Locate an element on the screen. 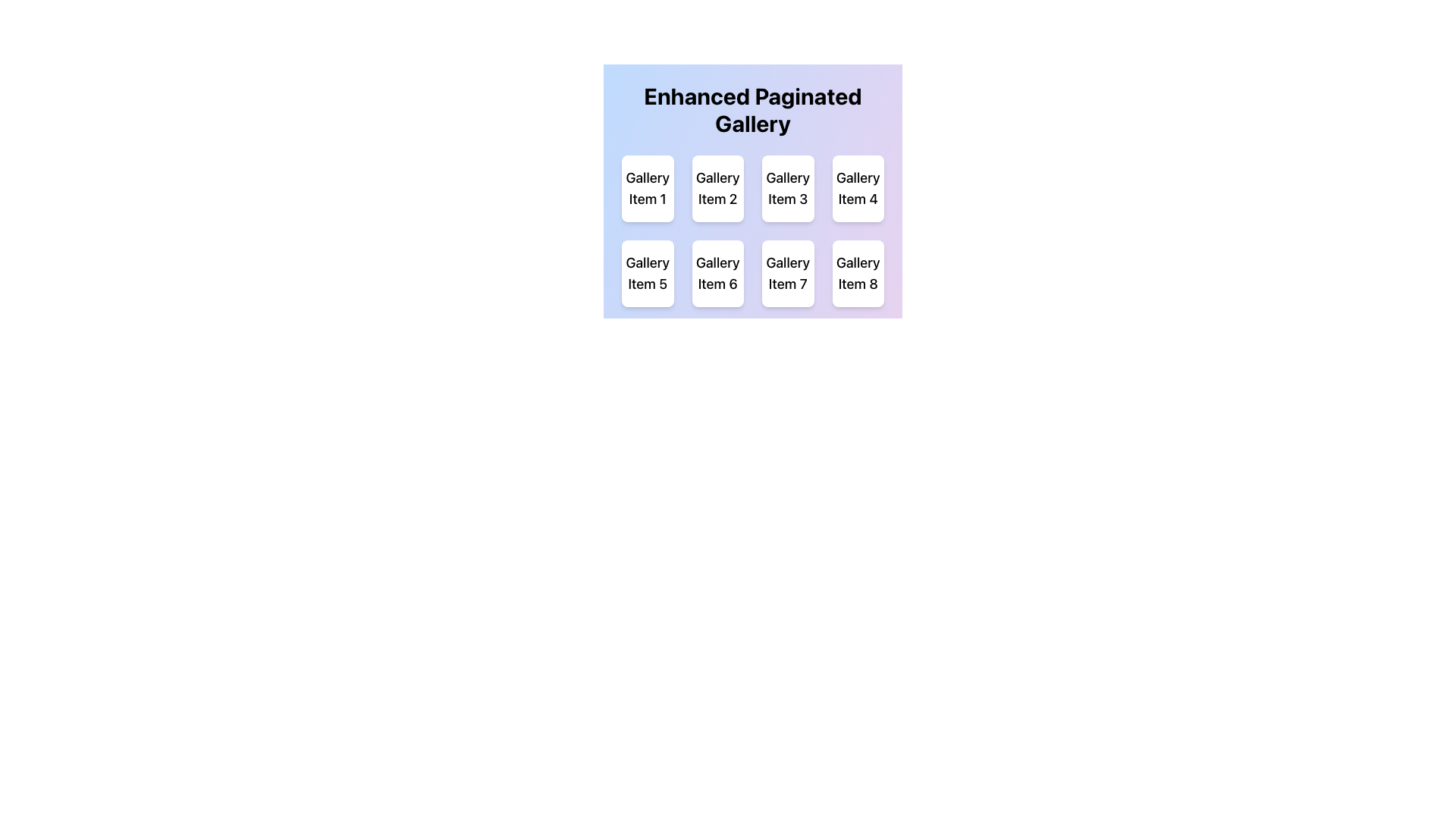 The width and height of the screenshot is (1456, 819). the text label that identifies 'Gallery Item 6', located in the second row and second column of the grid layout is located at coordinates (717, 274).